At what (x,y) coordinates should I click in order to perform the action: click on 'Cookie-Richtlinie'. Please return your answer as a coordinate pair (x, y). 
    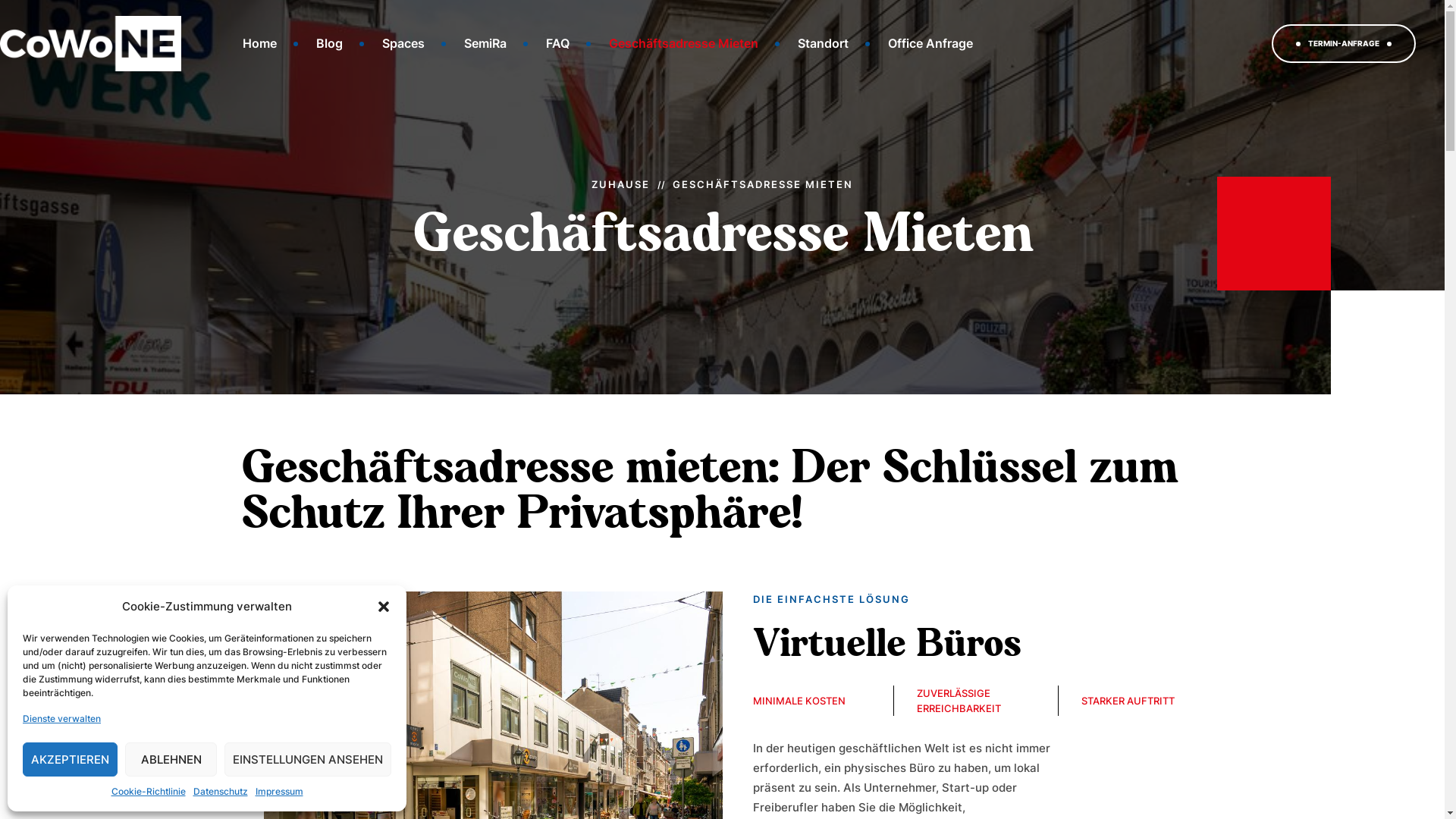
    Looking at the image, I should click on (148, 791).